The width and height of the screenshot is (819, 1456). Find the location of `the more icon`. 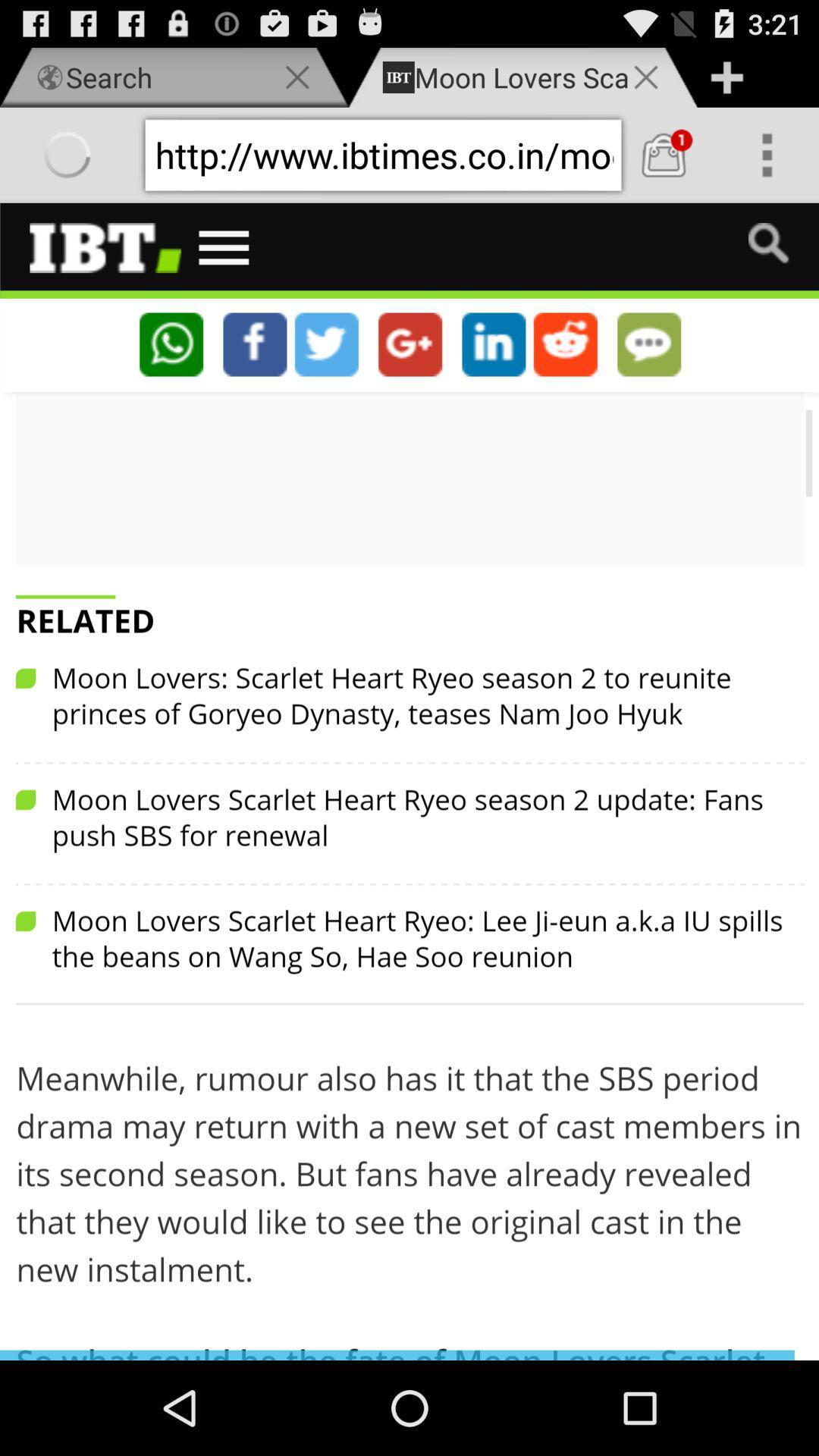

the more icon is located at coordinates (767, 166).